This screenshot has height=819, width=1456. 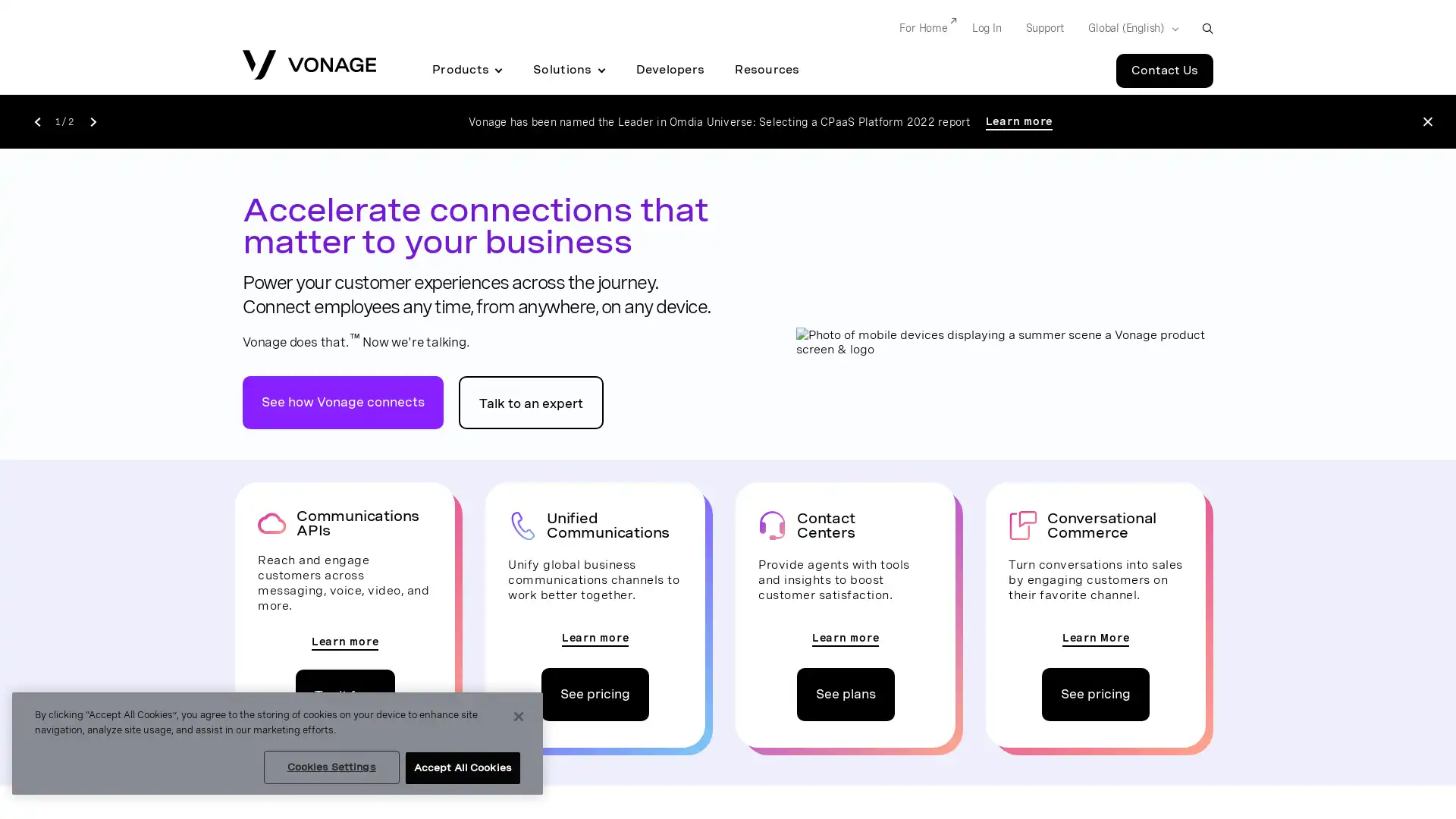 What do you see at coordinates (466, 70) in the screenshot?
I see `Products` at bounding box center [466, 70].